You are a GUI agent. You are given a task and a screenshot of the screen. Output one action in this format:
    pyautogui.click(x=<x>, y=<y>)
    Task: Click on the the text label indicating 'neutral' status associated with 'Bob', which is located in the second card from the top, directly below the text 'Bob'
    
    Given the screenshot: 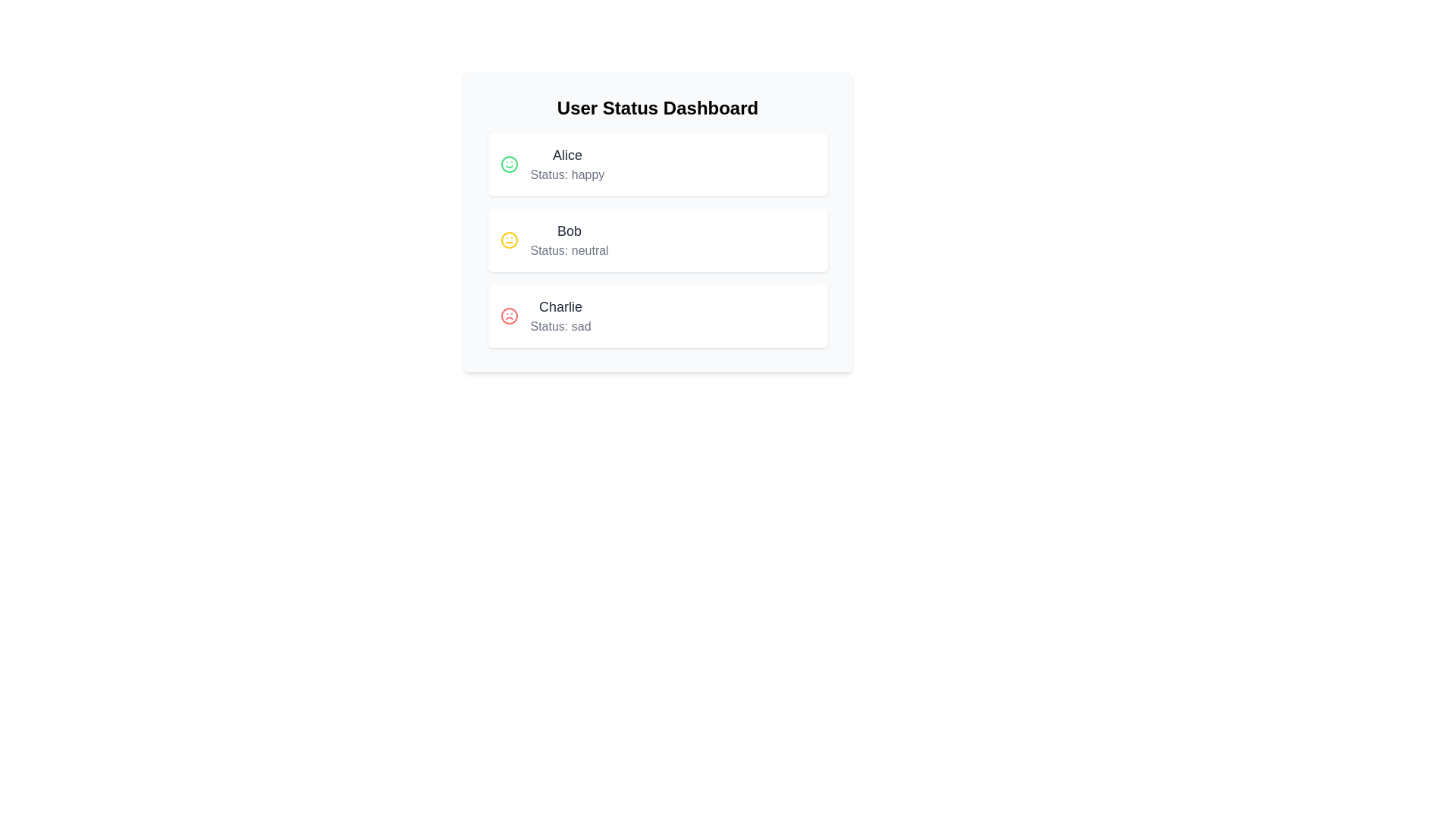 What is the action you would take?
    pyautogui.click(x=569, y=250)
    